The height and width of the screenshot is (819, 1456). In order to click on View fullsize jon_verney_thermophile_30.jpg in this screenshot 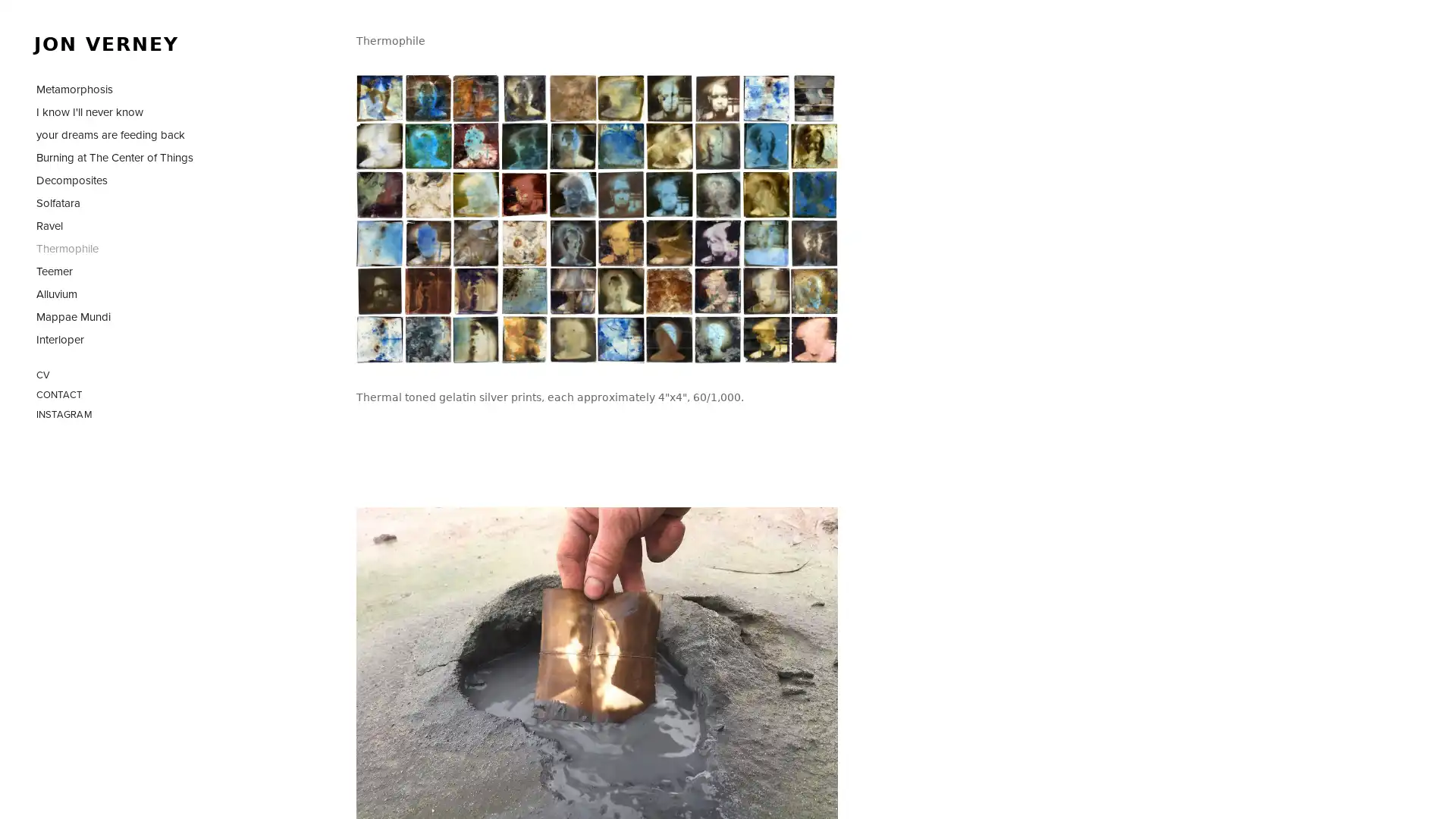, I will do `click(716, 291)`.